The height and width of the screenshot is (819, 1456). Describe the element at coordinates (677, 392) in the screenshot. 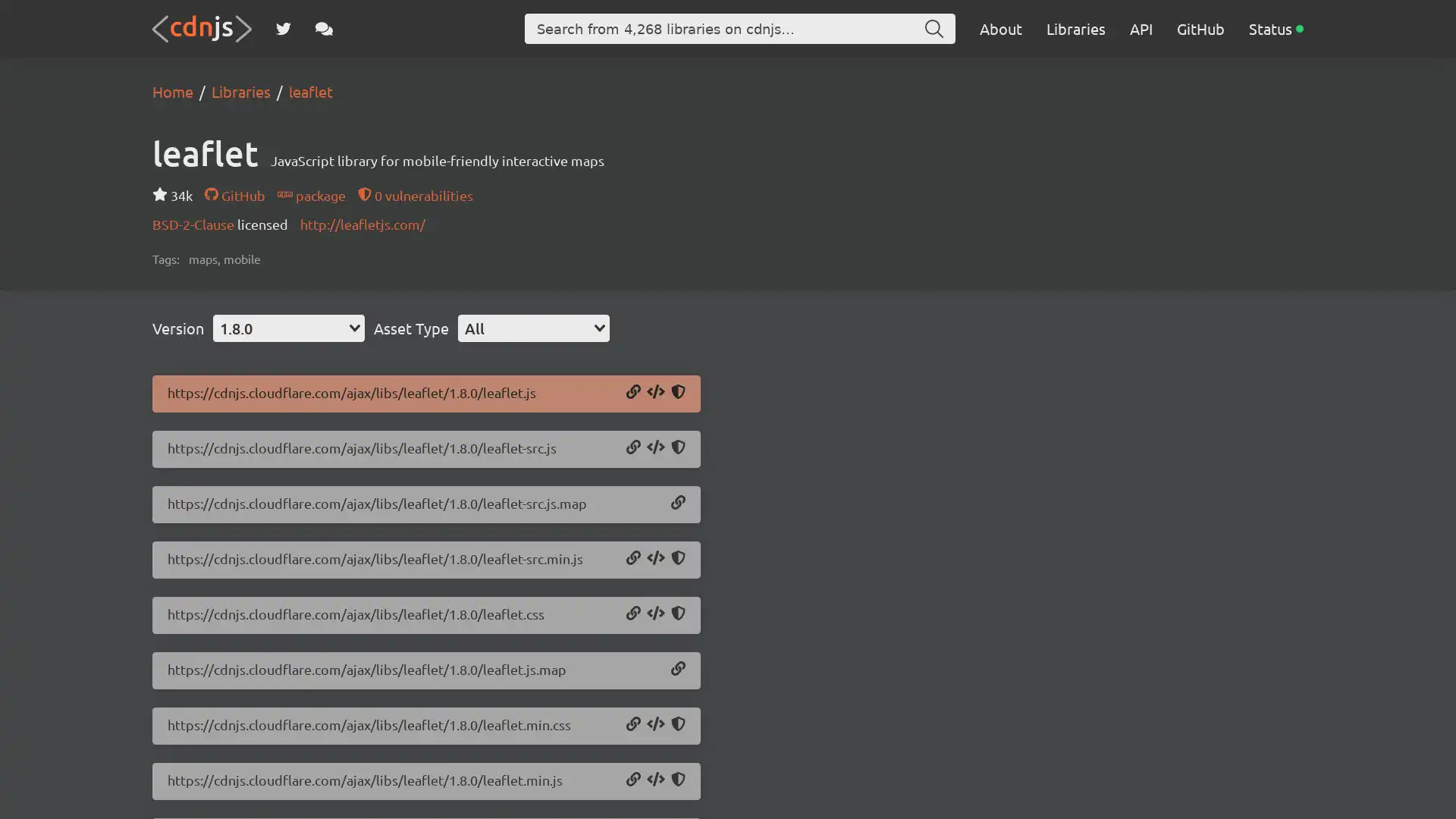

I see `Copy SRI Hash` at that location.